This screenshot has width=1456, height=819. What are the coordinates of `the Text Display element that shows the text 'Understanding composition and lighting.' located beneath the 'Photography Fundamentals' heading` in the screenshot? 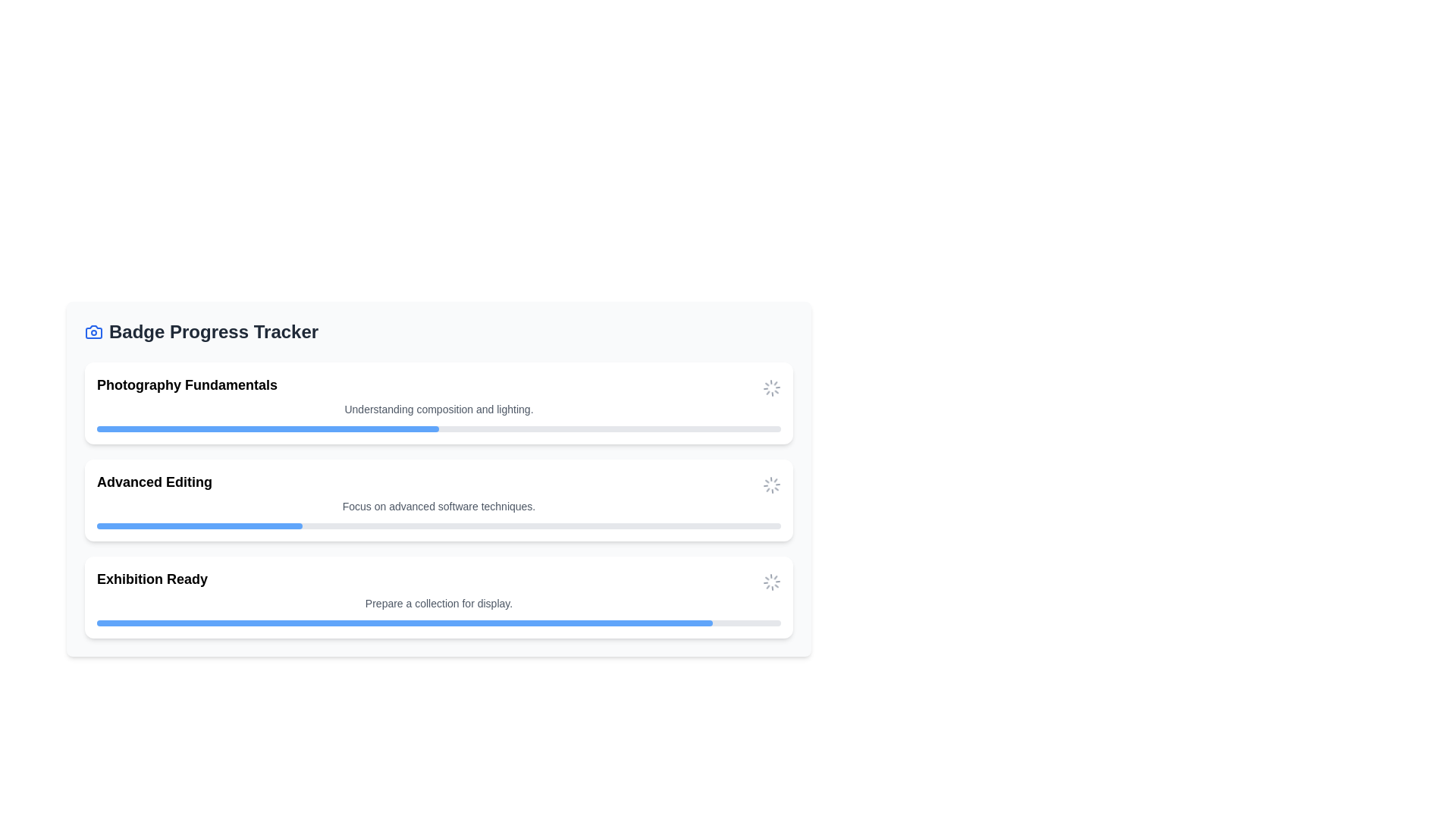 It's located at (438, 409).